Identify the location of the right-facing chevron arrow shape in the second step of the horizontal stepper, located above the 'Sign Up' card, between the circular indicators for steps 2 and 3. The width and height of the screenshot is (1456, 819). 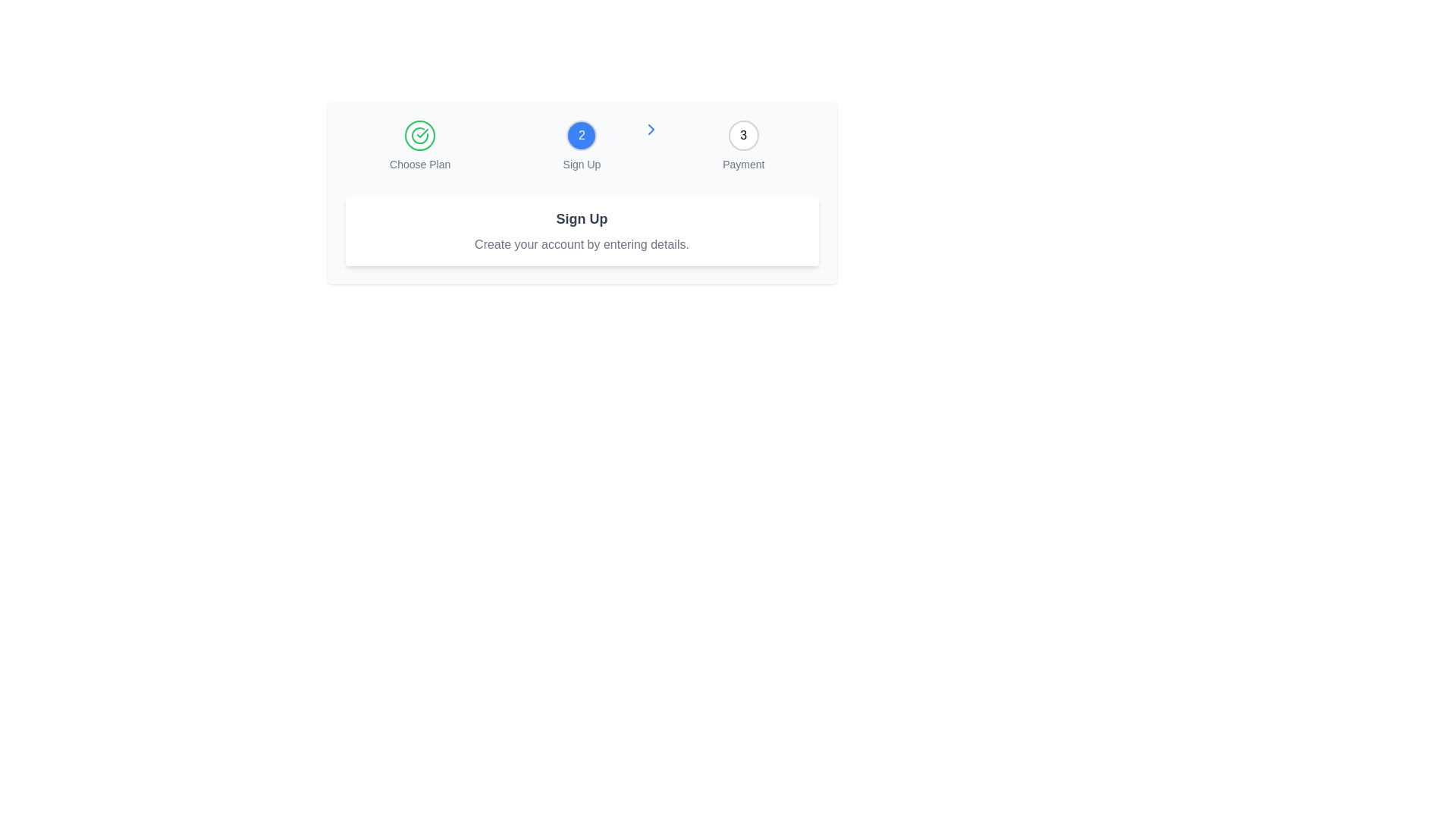
(651, 128).